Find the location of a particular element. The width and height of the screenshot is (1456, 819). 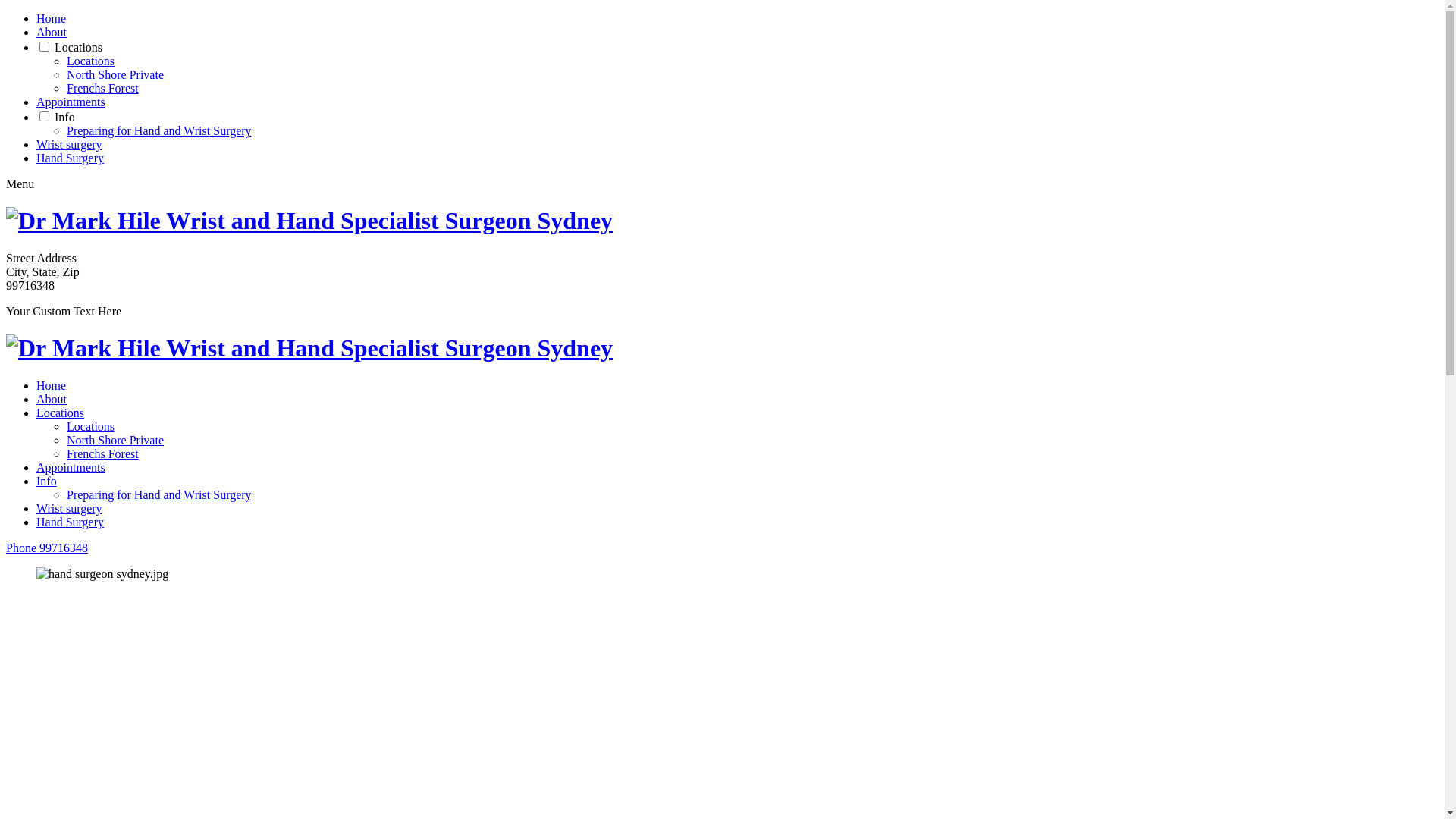

'North Shore Private' is located at coordinates (115, 440).